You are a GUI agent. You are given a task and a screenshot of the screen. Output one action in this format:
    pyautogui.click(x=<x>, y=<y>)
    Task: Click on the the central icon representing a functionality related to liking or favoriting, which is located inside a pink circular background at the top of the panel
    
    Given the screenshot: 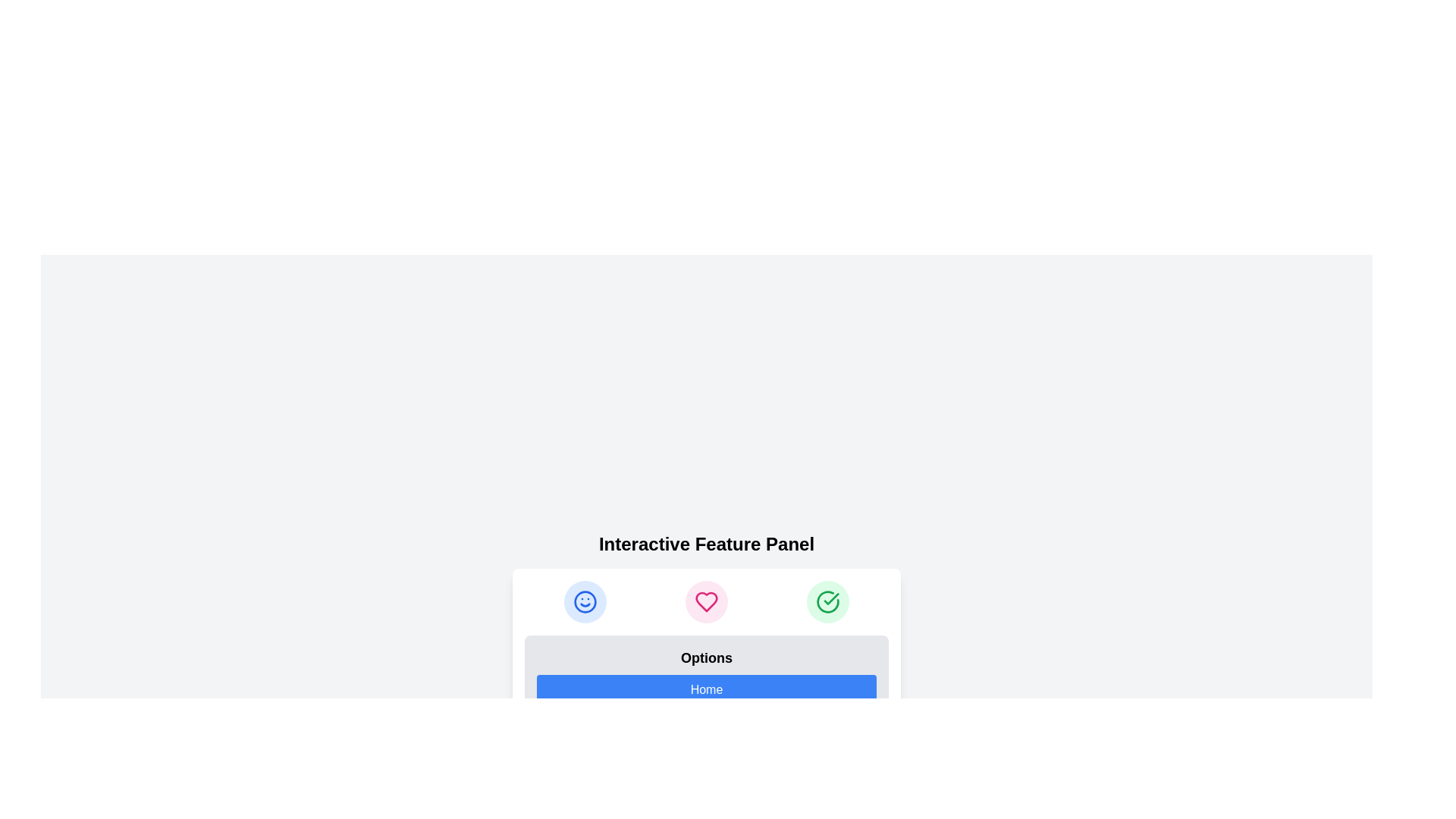 What is the action you would take?
    pyautogui.click(x=705, y=601)
    